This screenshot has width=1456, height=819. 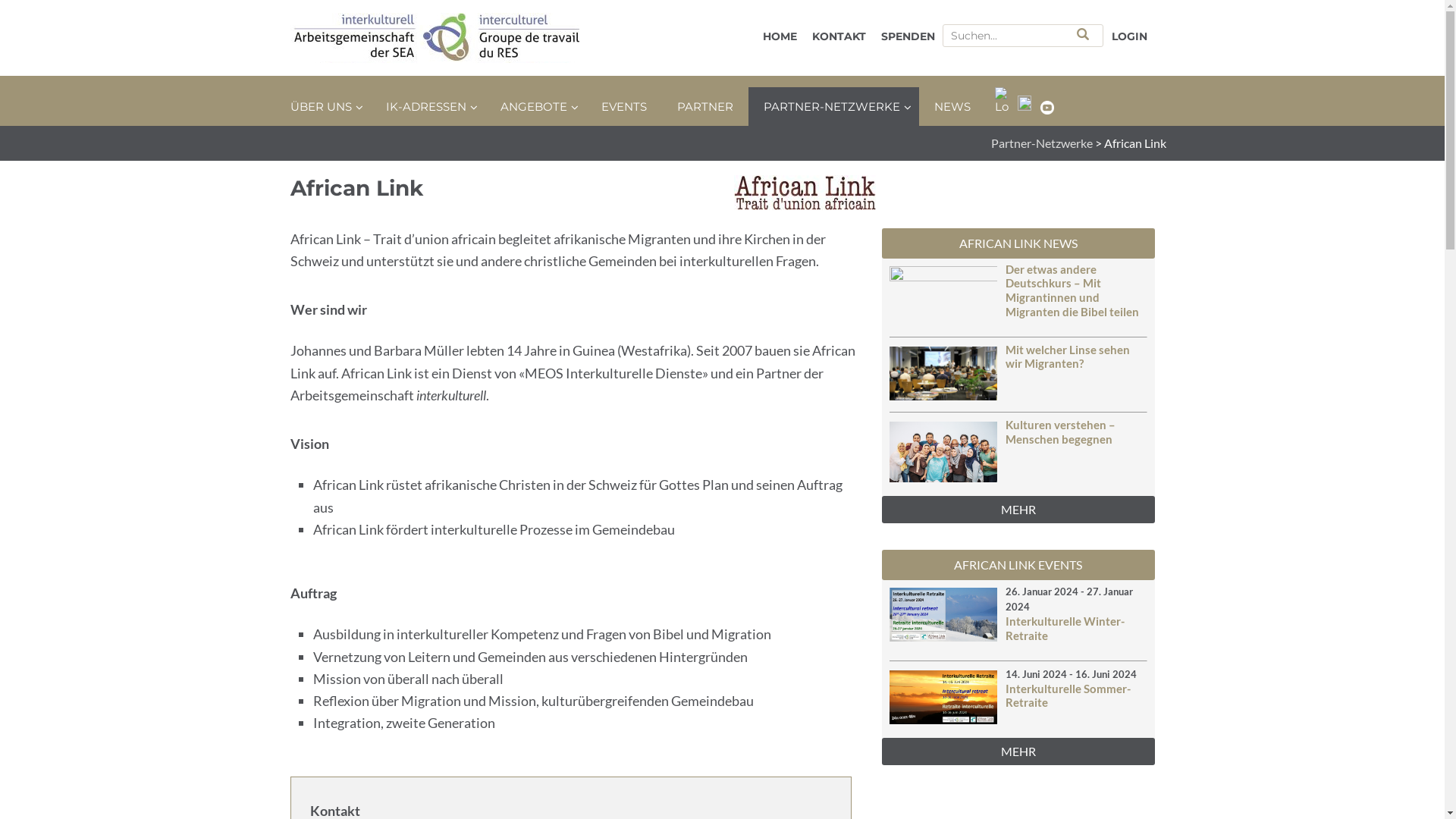 I want to click on 'IK-ADRESSEN', so click(x=426, y=105).